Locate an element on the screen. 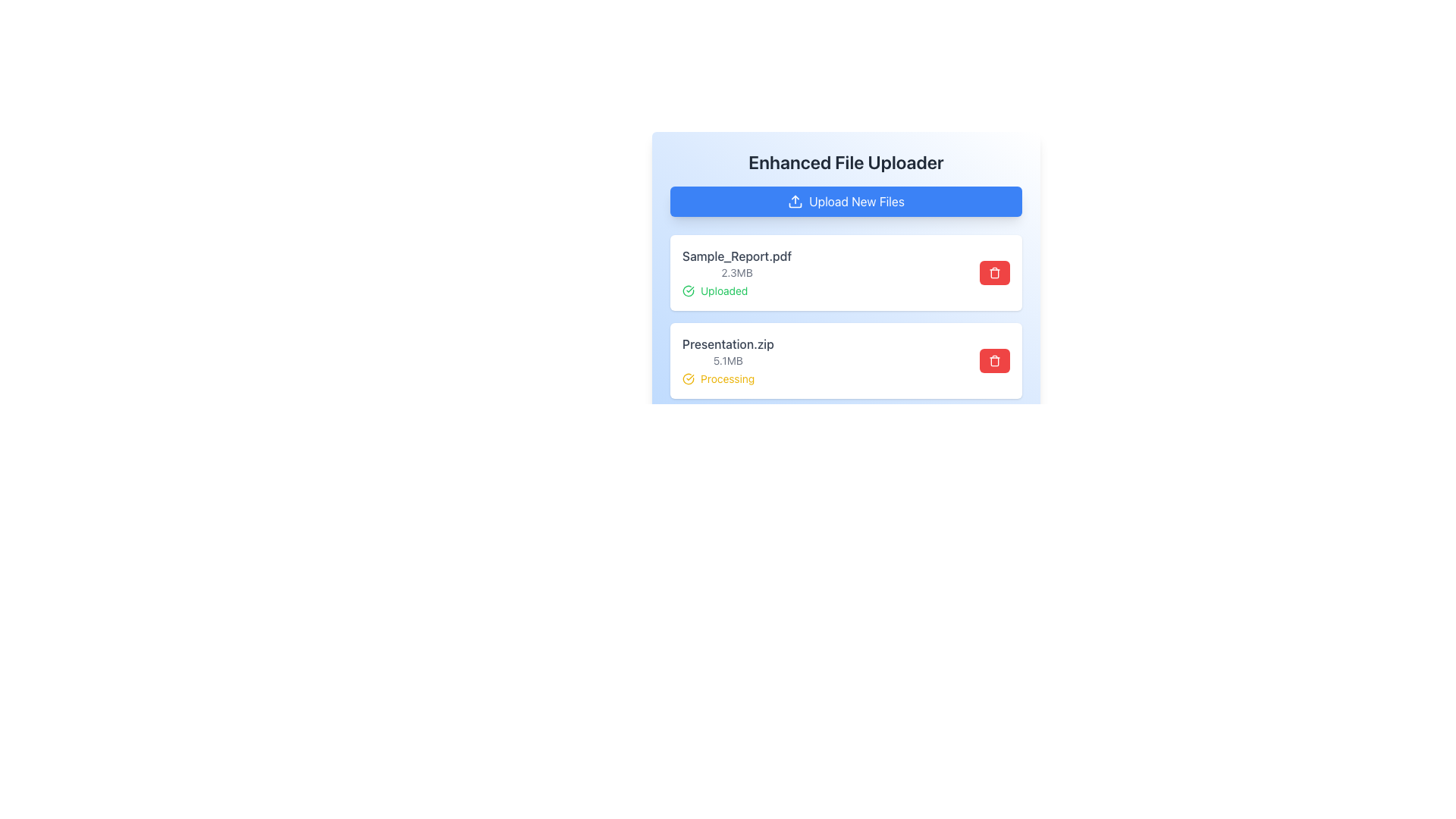  the upload button located below the 'Enhanced File Uploader' heading is located at coordinates (846, 201).